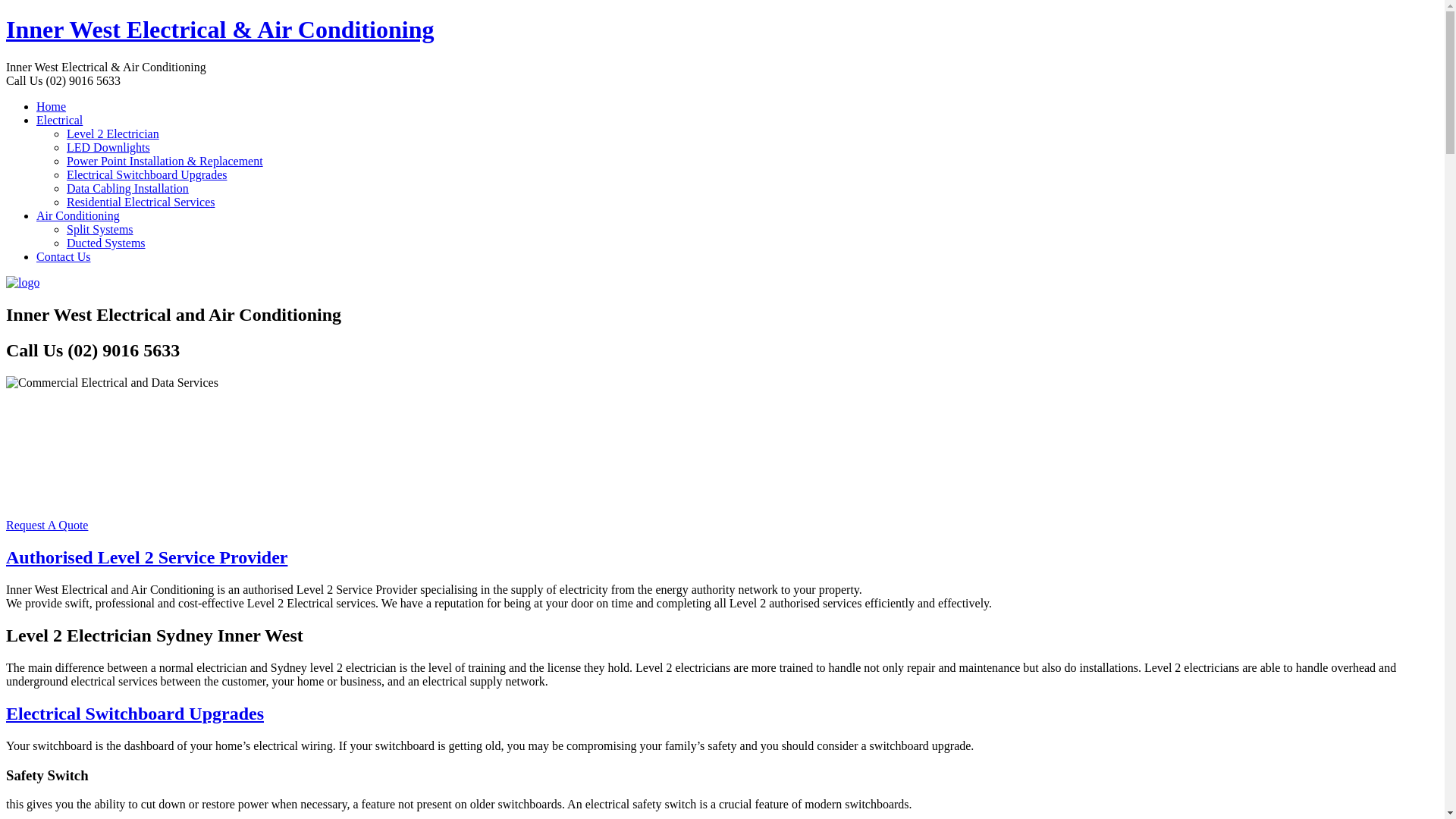 The height and width of the screenshot is (819, 1456). Describe the element at coordinates (59, 119) in the screenshot. I see `'Electrical'` at that location.